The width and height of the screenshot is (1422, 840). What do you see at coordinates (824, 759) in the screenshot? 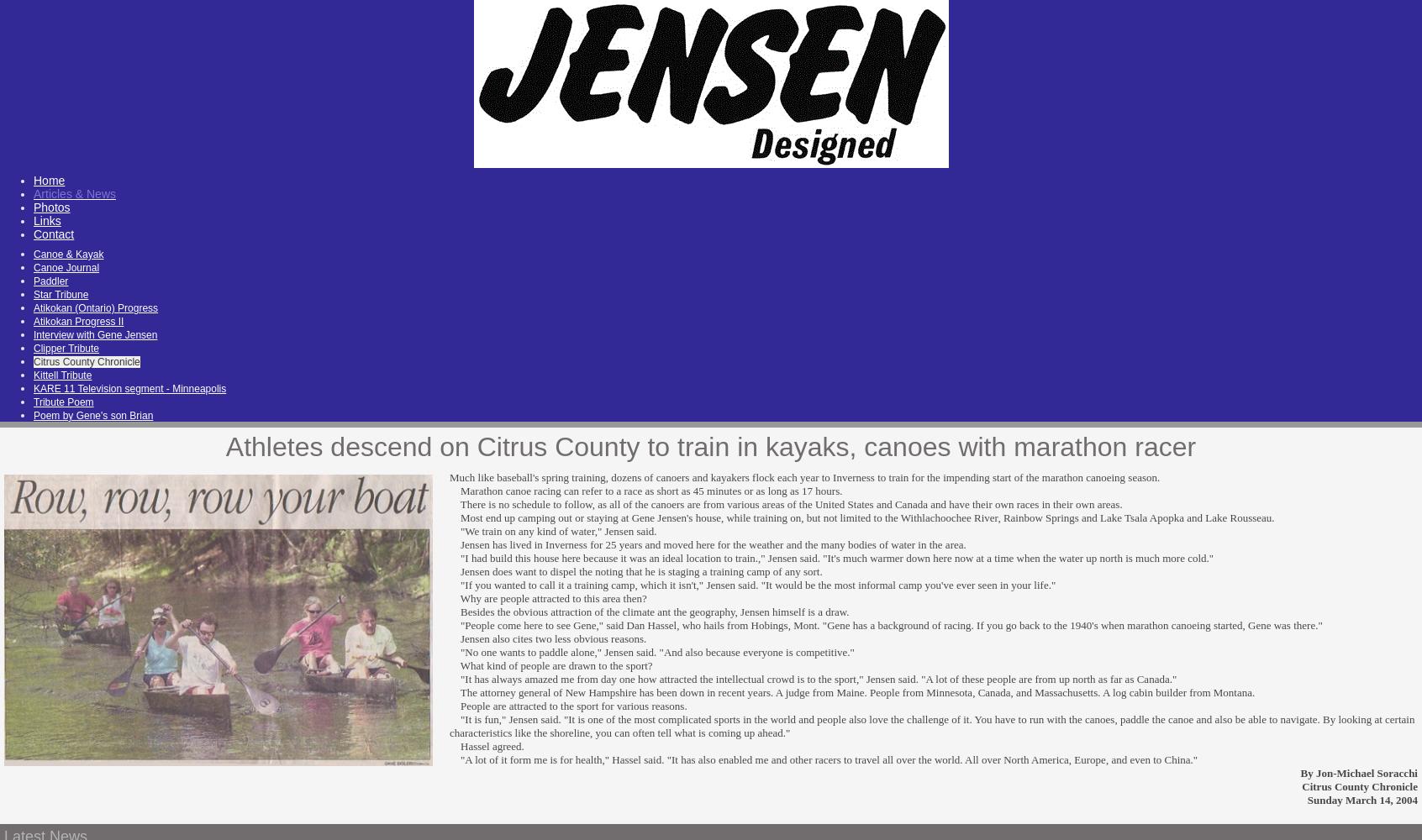
I see `'"A lot of it form me is for health," Hassel said. "It has also enabled me and other racers to travel all over the world. All over North America, Europe, and even to
China."'` at bounding box center [824, 759].